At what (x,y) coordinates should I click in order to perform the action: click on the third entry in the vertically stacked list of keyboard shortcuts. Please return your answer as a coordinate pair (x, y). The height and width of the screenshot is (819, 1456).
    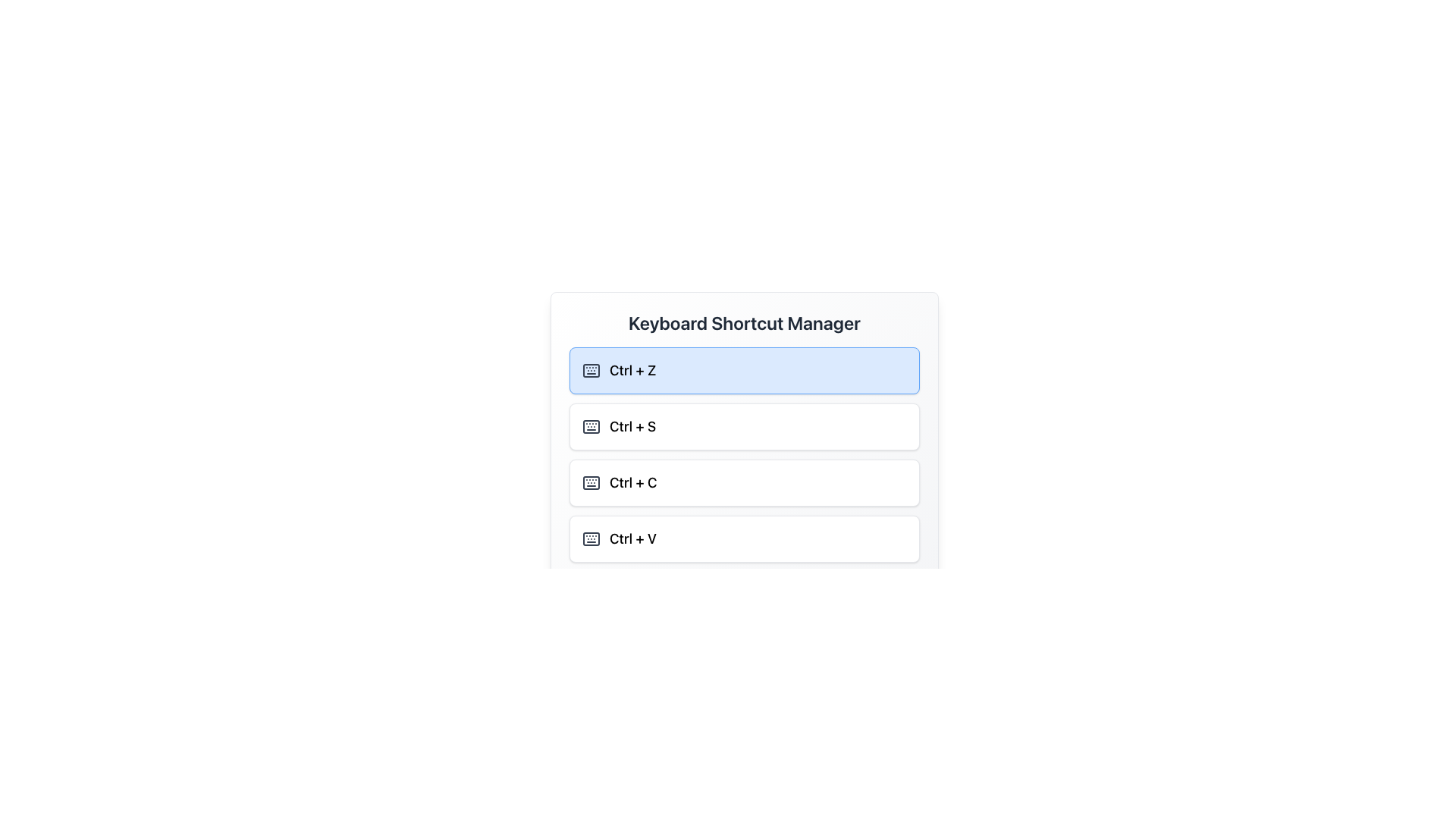
    Looking at the image, I should click on (745, 475).